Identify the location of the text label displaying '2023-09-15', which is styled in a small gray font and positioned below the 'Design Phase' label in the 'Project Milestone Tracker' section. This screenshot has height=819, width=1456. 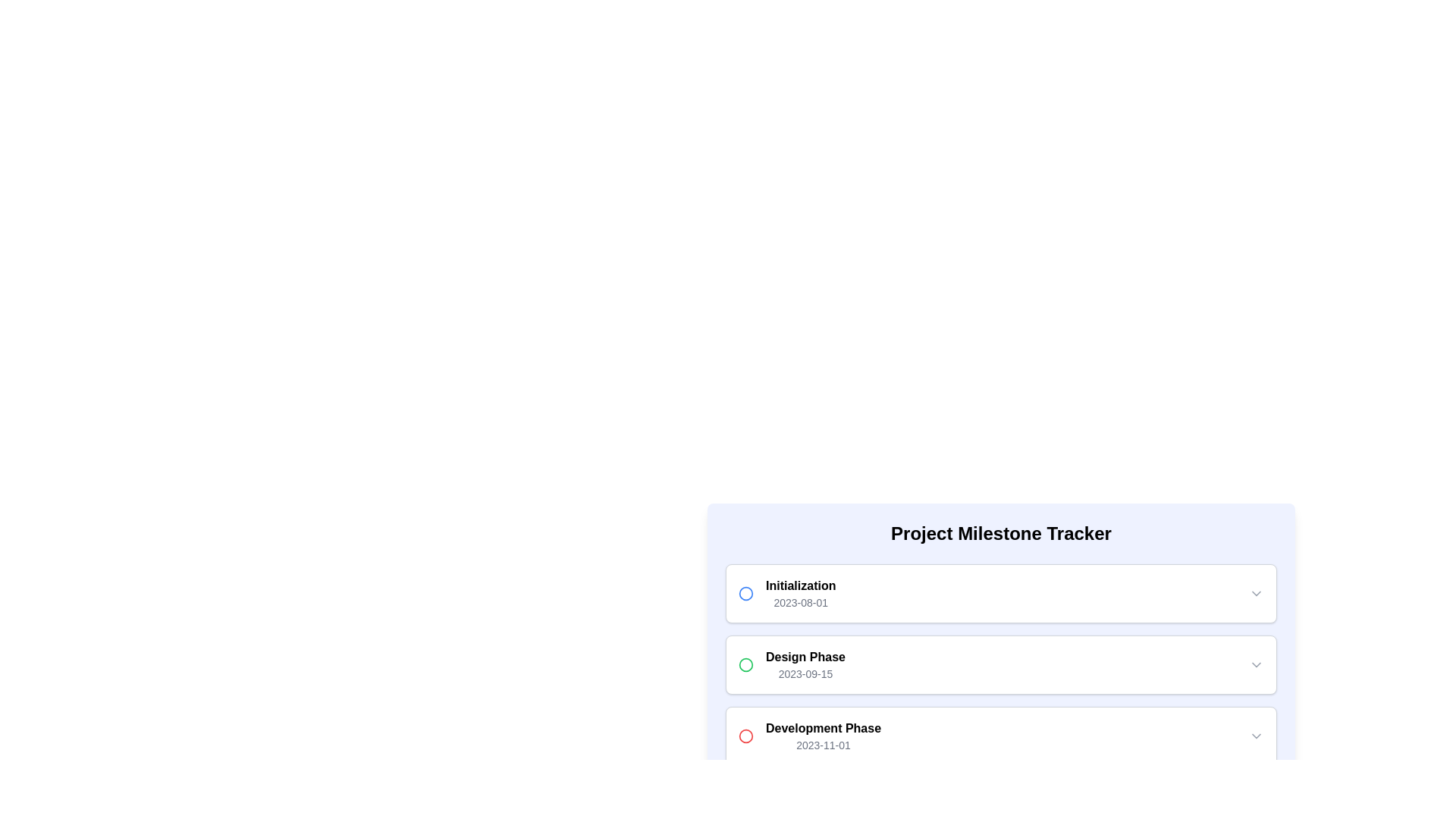
(805, 673).